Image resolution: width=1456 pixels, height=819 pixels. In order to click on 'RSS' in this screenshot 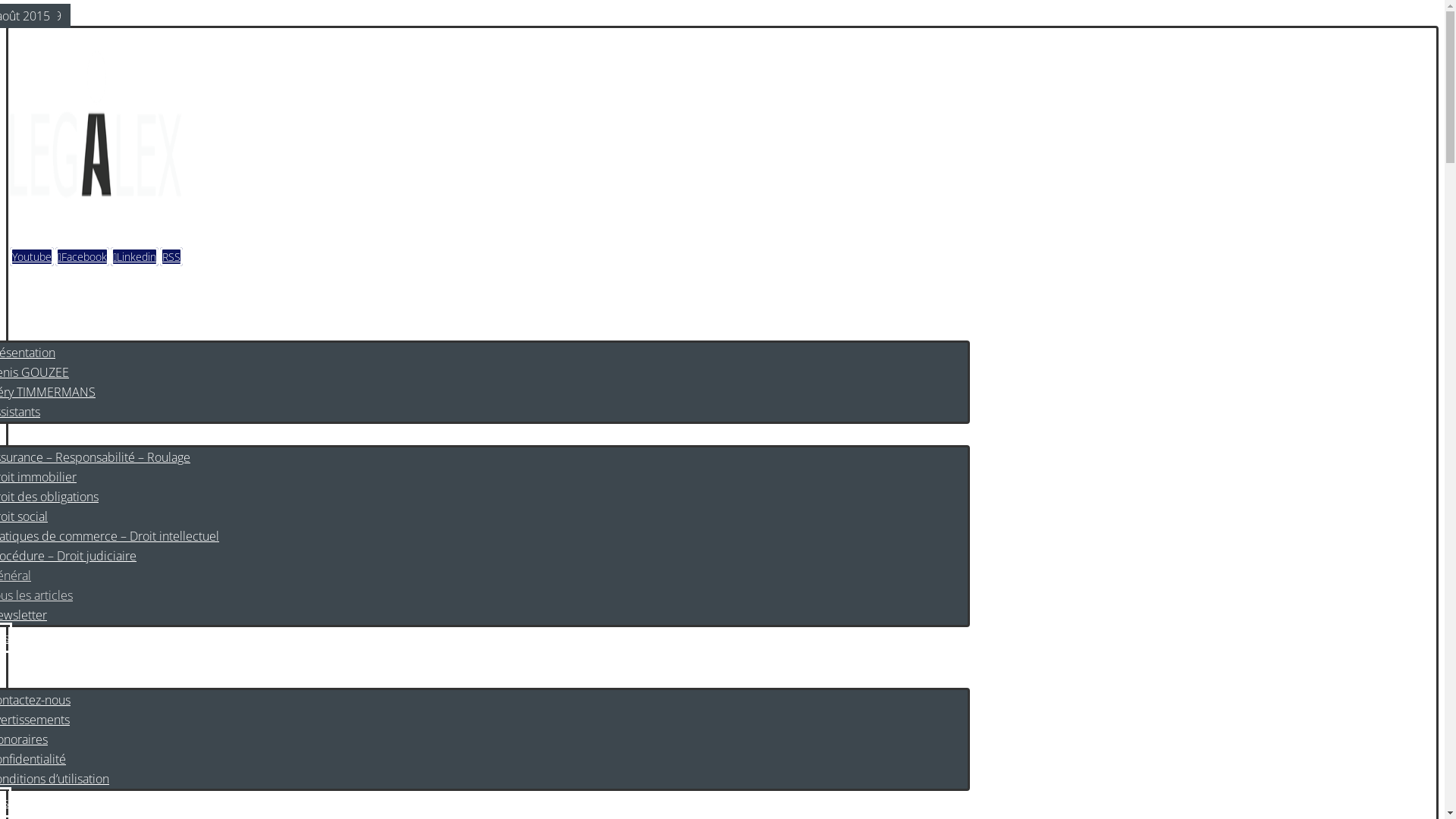, I will do `click(171, 256)`.